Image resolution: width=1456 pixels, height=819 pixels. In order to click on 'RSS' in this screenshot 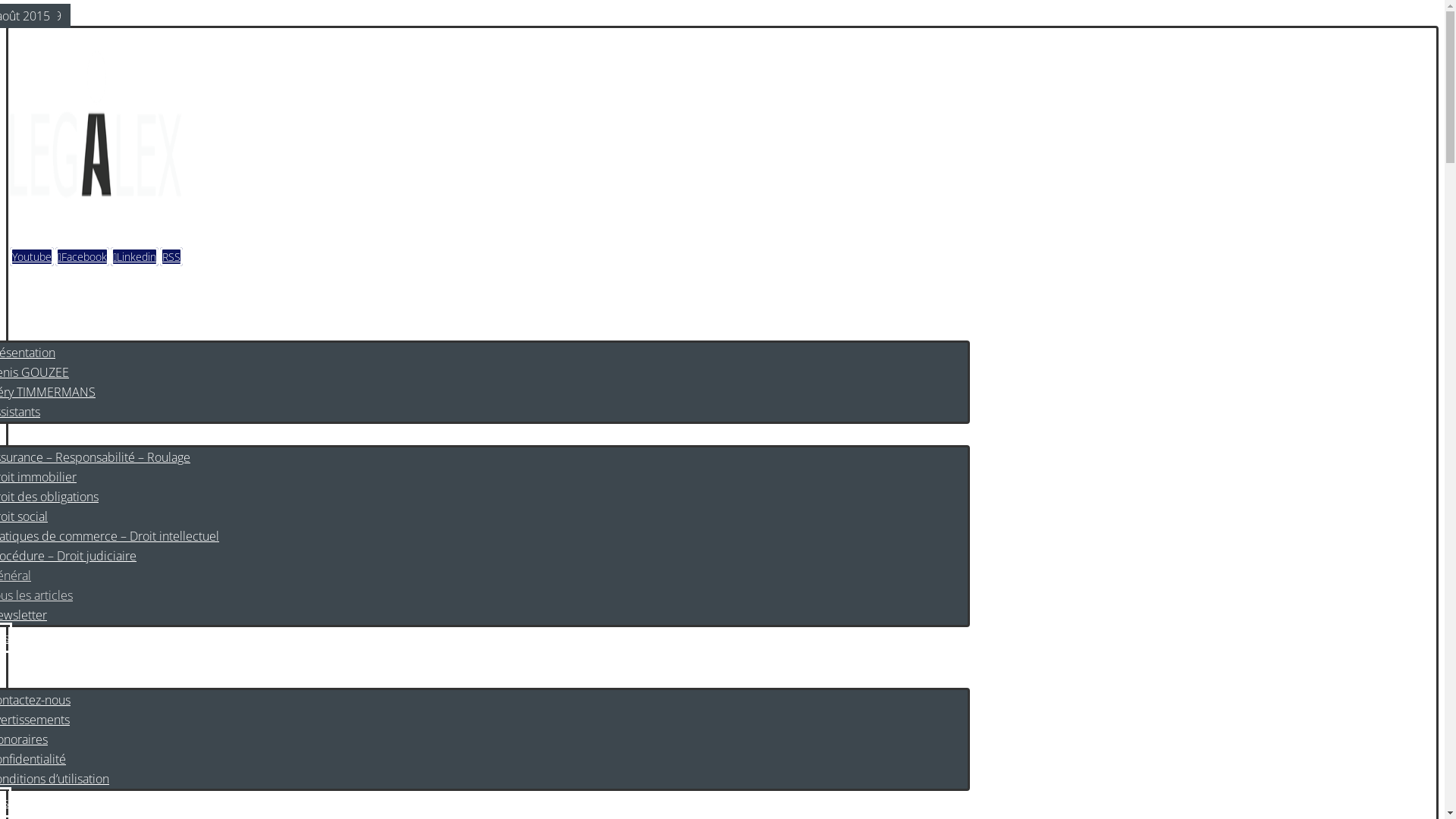, I will do `click(171, 256)`.